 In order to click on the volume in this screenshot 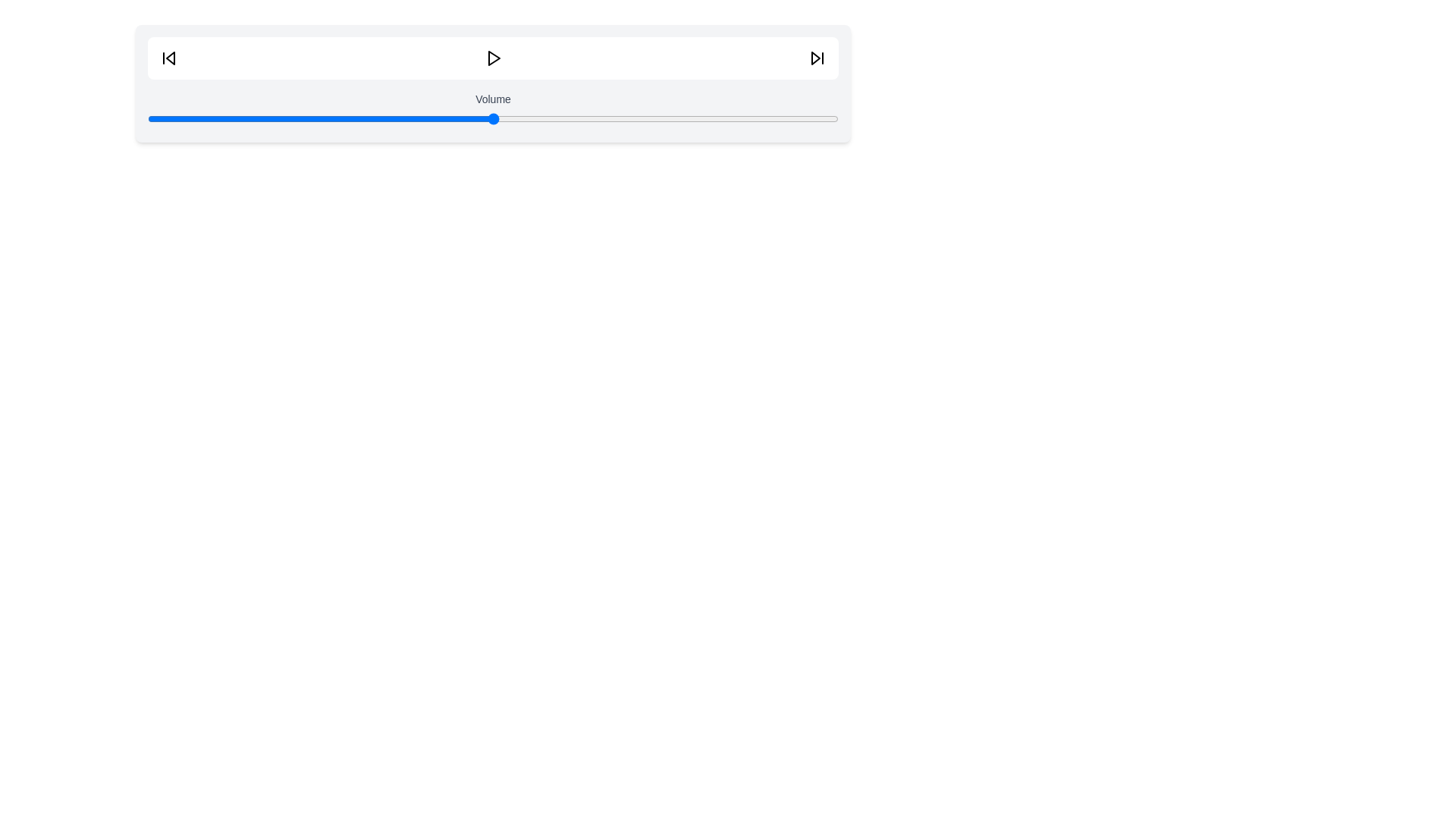, I will do `click(659, 118)`.